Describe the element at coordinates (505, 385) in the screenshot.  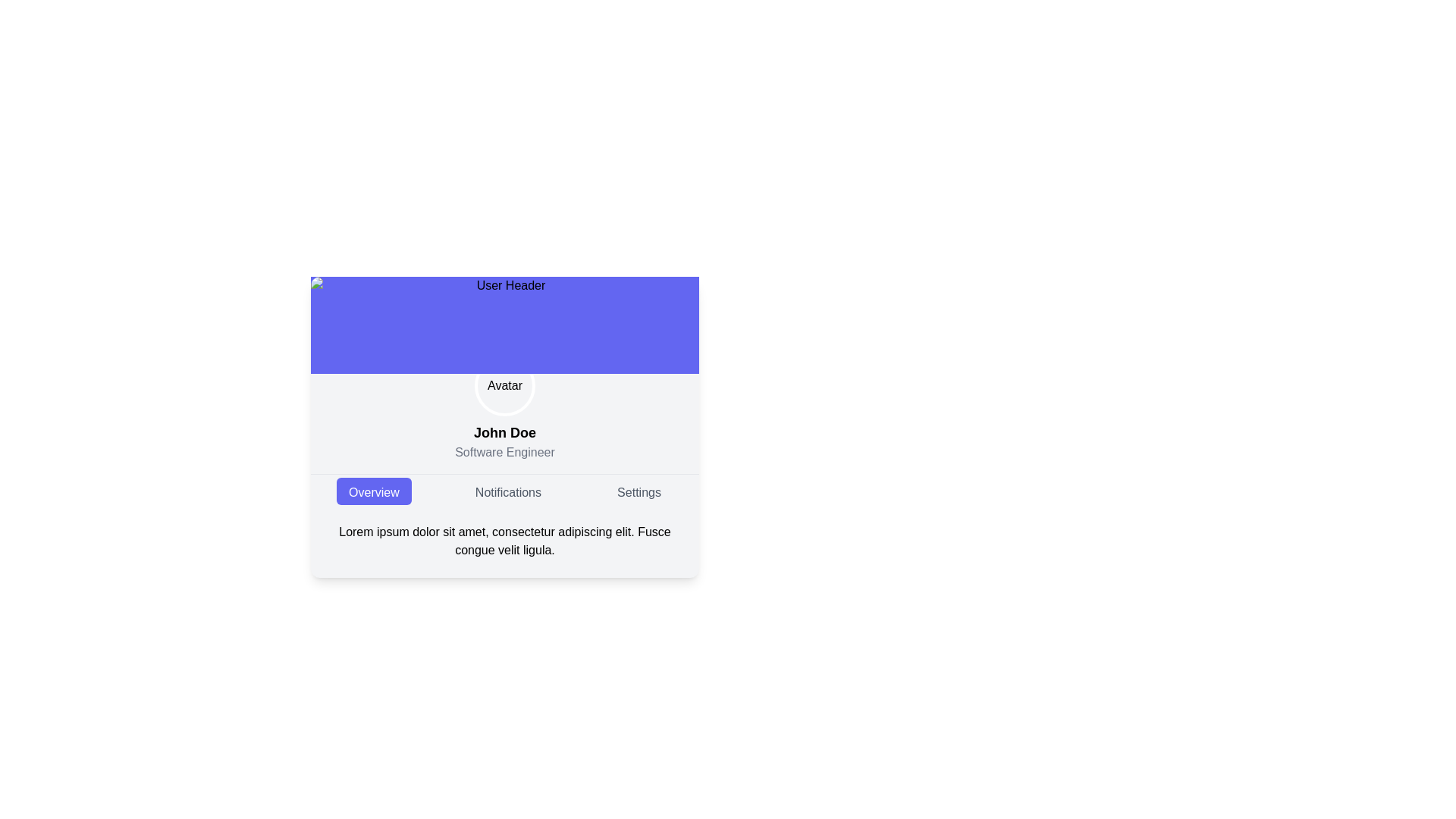
I see `the circular user avatar image with a white border, located above the user's name 'John Doe' and title 'Software Engineer'` at that location.